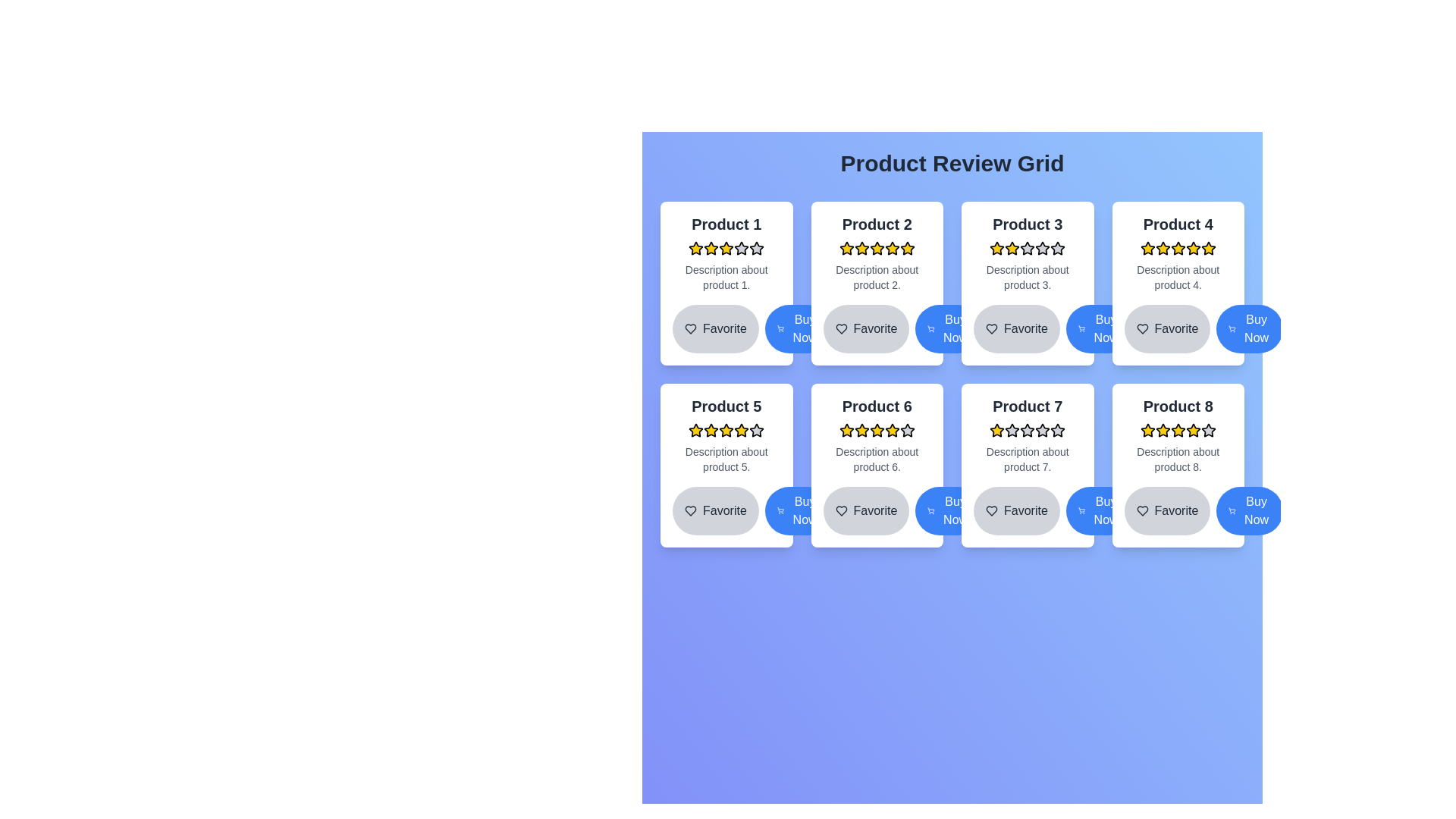 The height and width of the screenshot is (819, 1456). Describe the element at coordinates (1232, 511) in the screenshot. I see `the shopping cart SVG icon located within the 'Buy Now' button for 'Product 8', which is positioned at the bottom-right corner of the grid layout` at that location.